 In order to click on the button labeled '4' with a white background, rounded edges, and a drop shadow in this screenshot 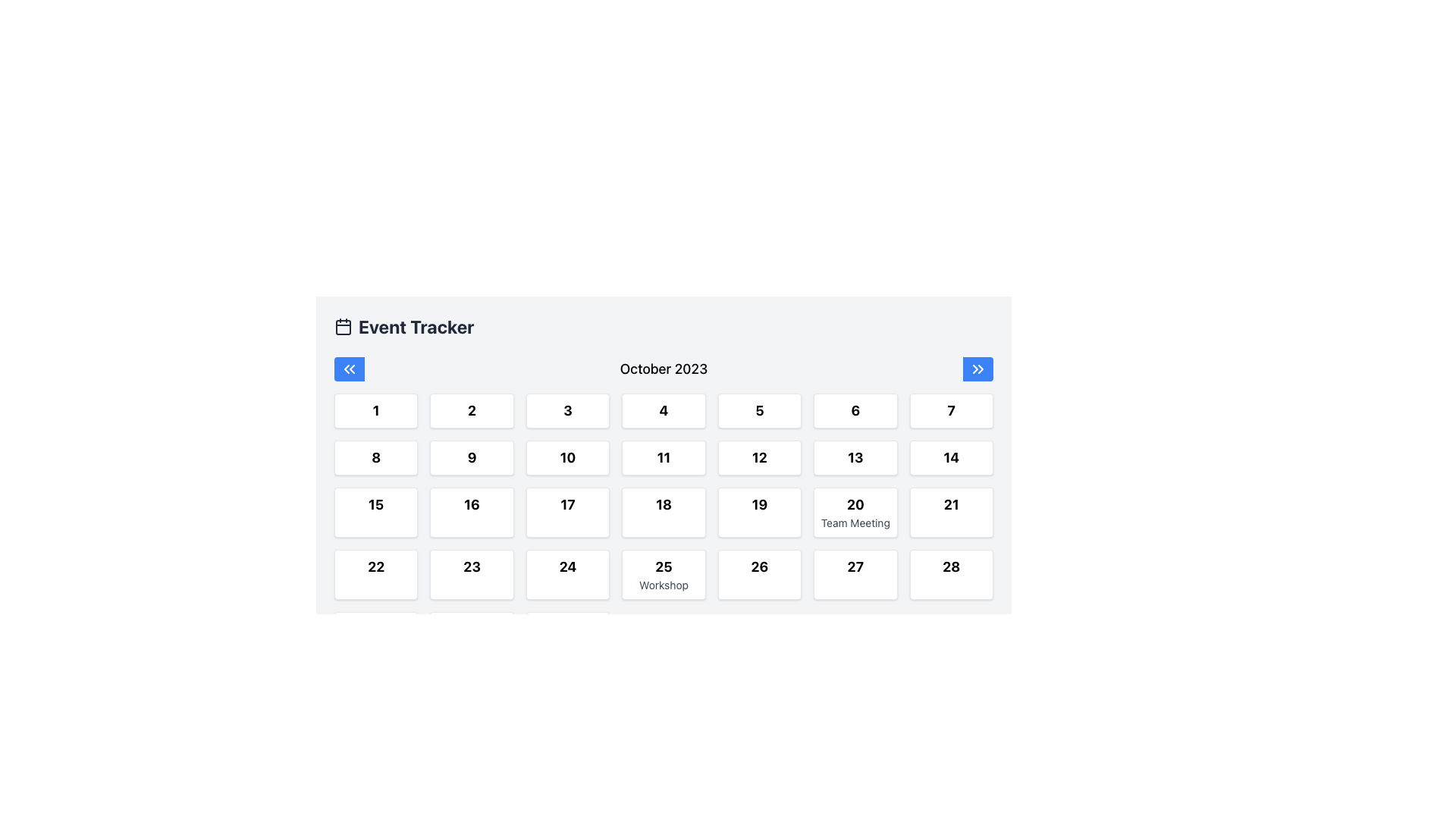, I will do `click(664, 411)`.